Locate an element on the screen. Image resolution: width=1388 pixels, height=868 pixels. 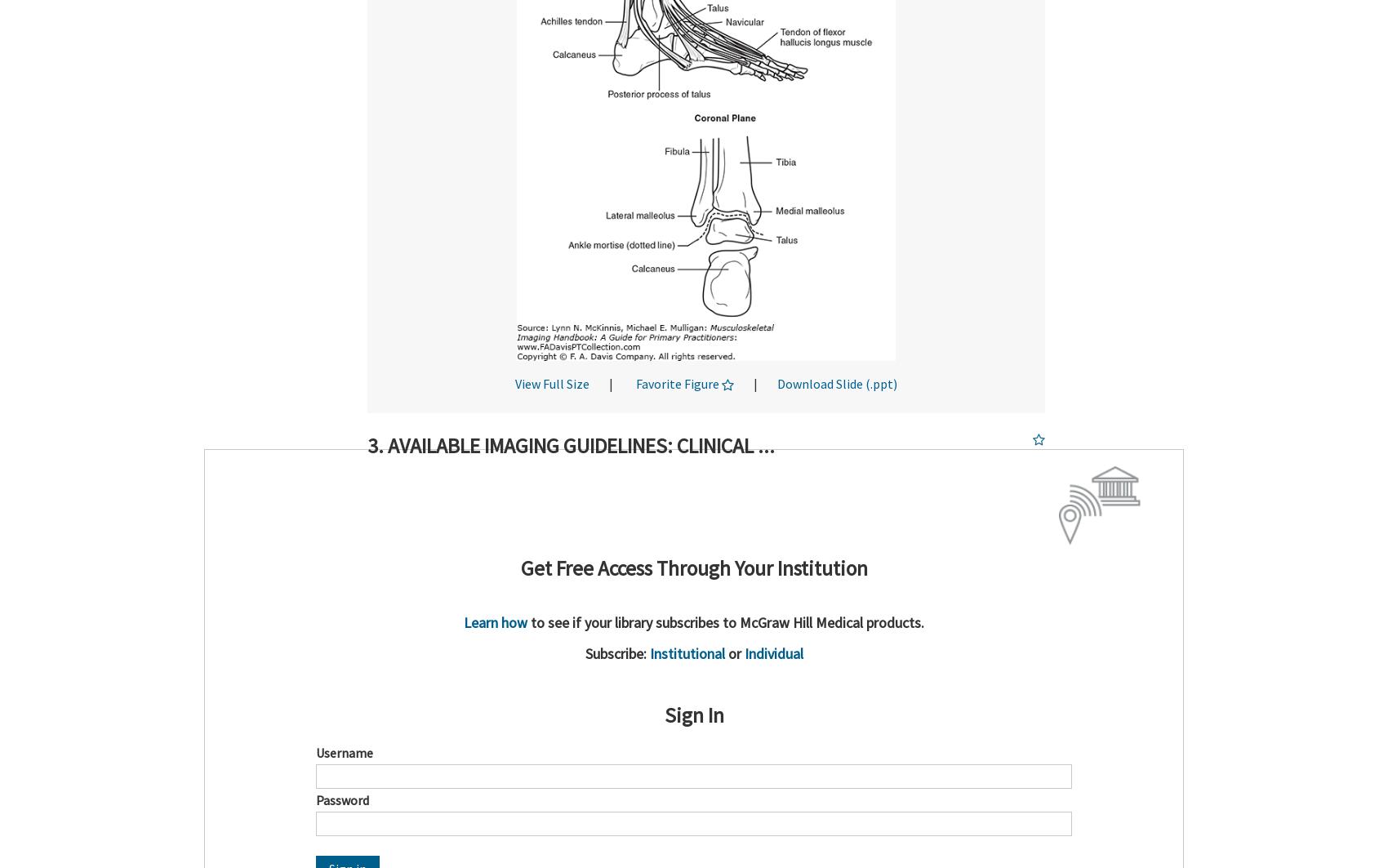
'or' is located at coordinates (733, 652).